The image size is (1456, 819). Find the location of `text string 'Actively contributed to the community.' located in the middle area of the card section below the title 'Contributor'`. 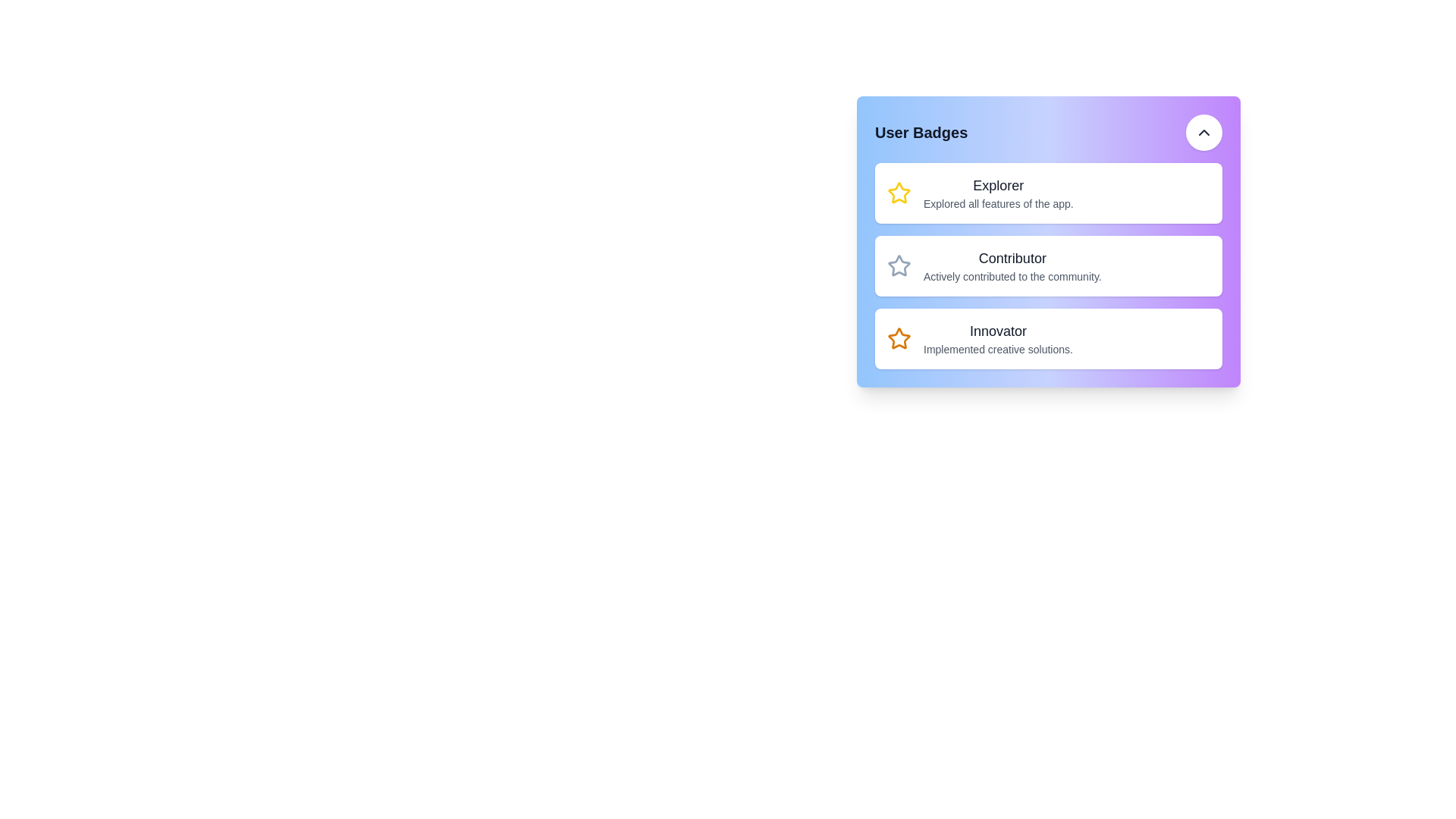

text string 'Actively contributed to the community.' located in the middle area of the card section below the title 'Contributor' is located at coordinates (1012, 277).